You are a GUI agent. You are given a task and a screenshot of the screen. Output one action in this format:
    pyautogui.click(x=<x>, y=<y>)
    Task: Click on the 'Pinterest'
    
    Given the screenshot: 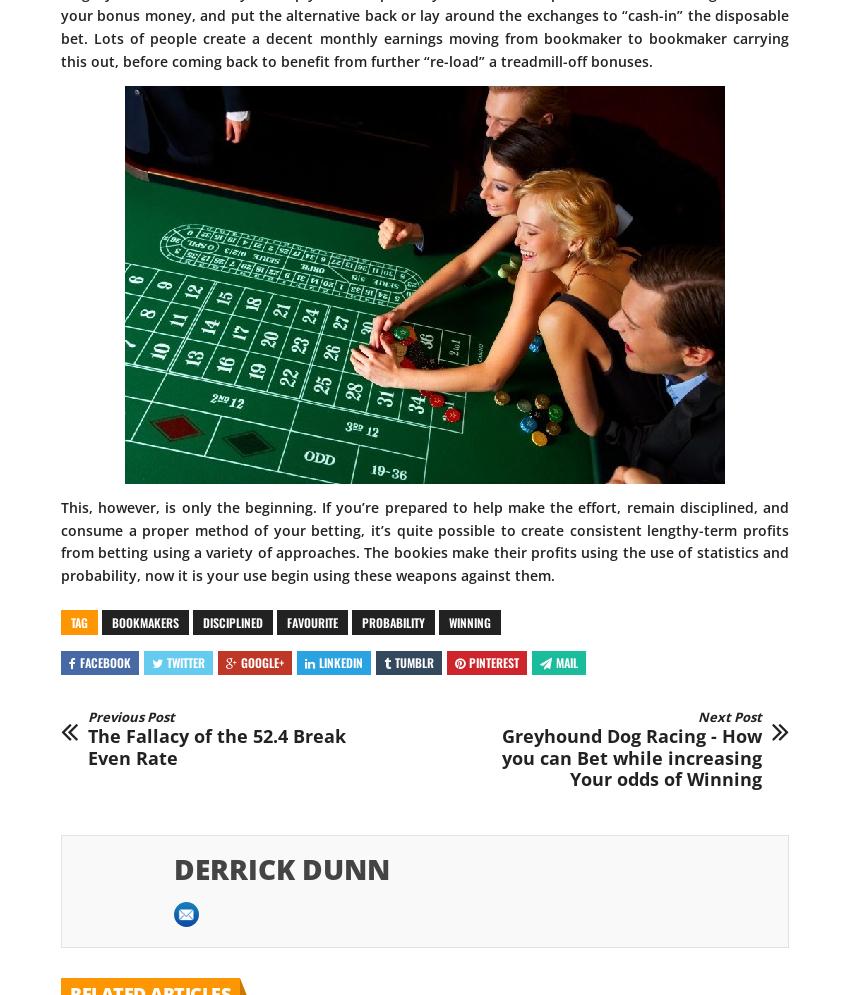 What is the action you would take?
    pyautogui.click(x=469, y=660)
    